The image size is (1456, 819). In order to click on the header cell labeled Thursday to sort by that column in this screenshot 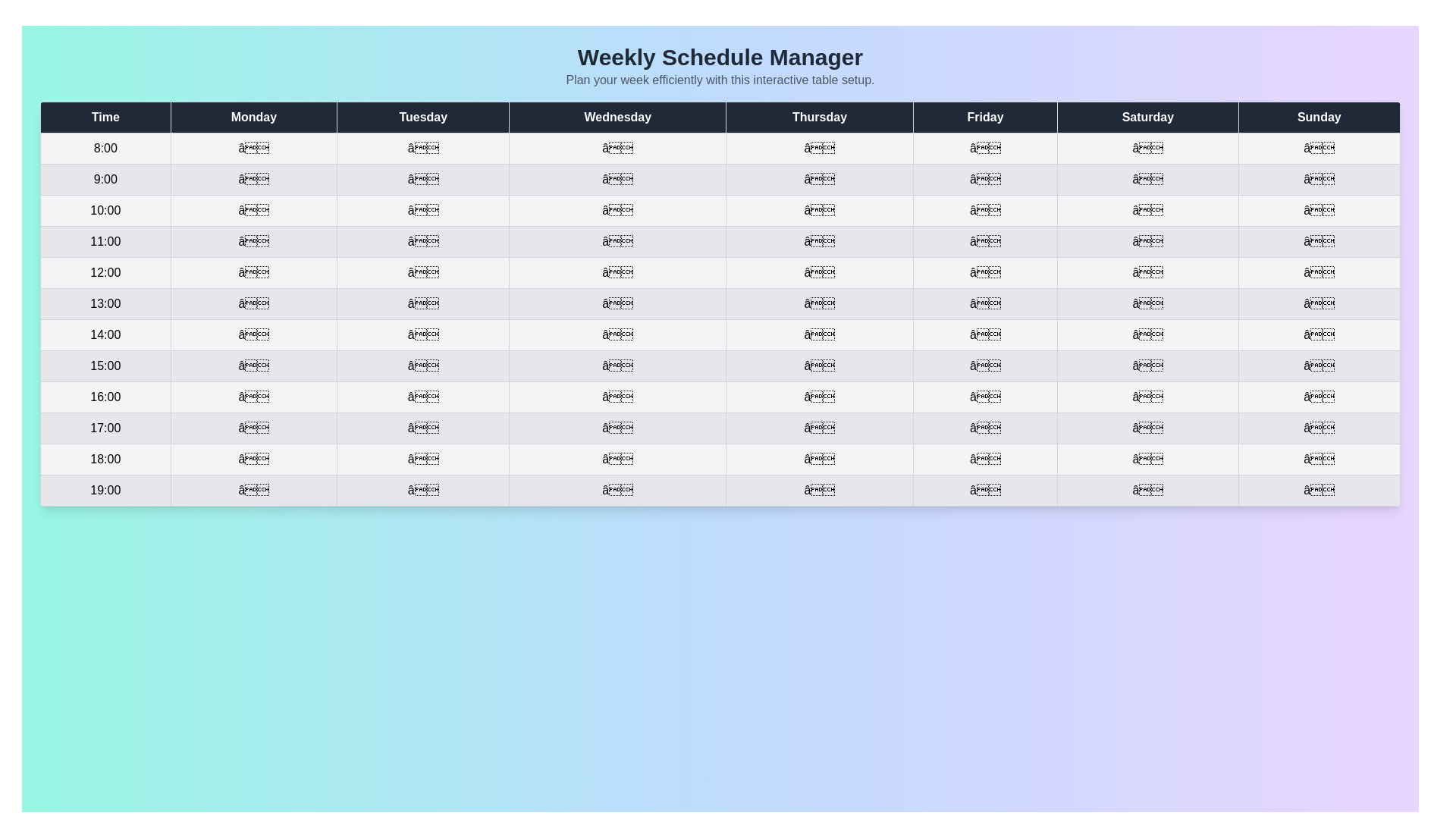, I will do `click(818, 116)`.